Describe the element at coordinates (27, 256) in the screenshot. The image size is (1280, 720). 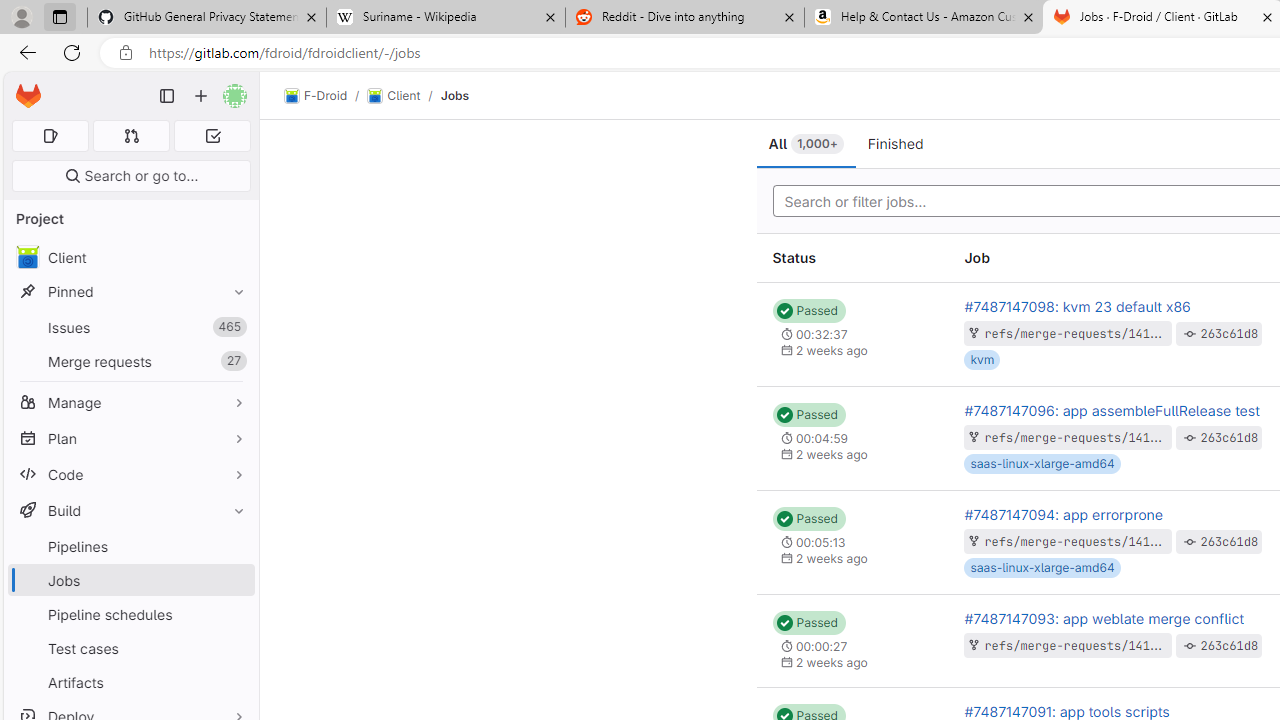
I see `'avatar'` at that location.